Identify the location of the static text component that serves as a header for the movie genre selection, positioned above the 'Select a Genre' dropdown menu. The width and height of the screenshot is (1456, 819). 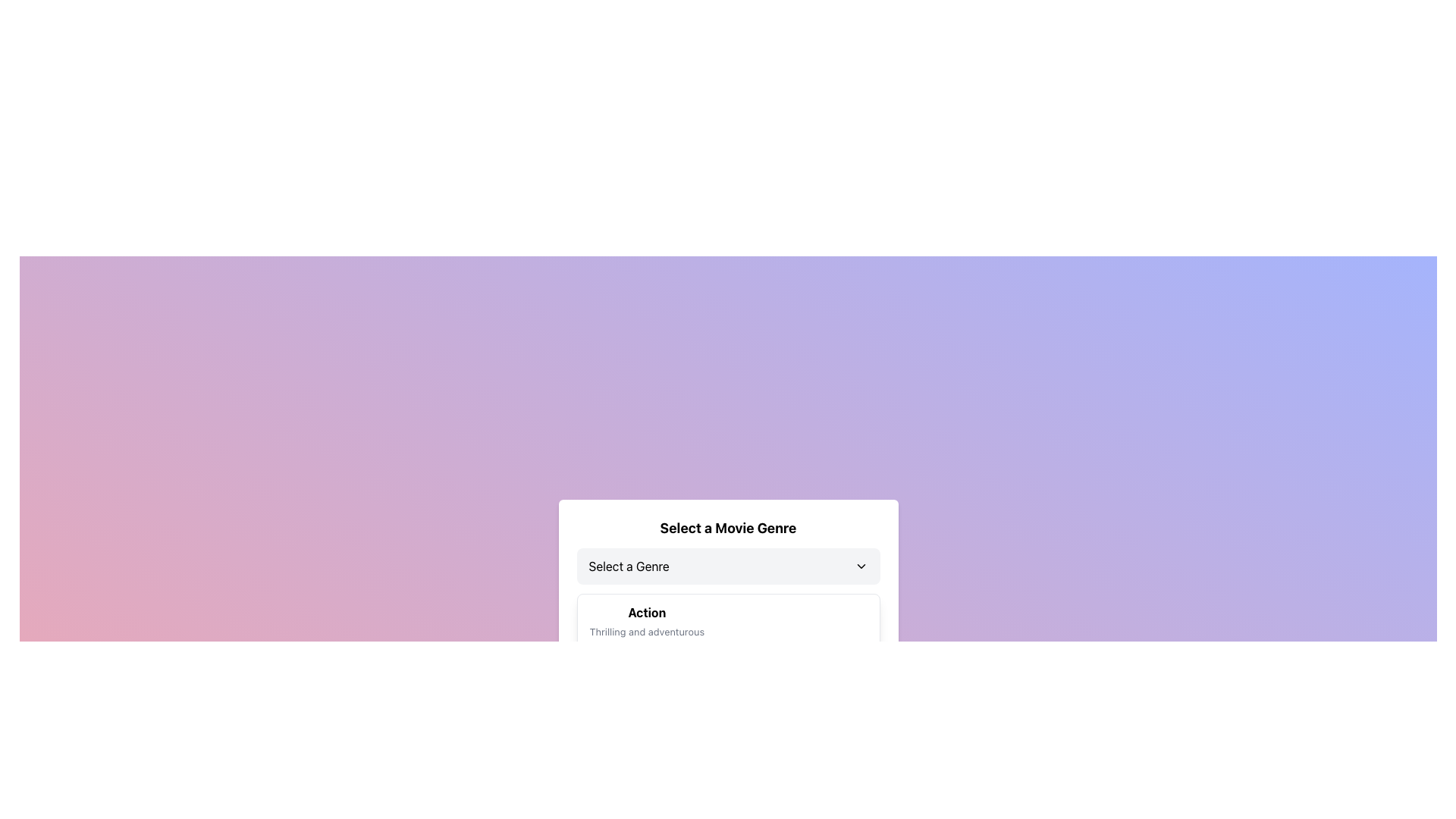
(728, 528).